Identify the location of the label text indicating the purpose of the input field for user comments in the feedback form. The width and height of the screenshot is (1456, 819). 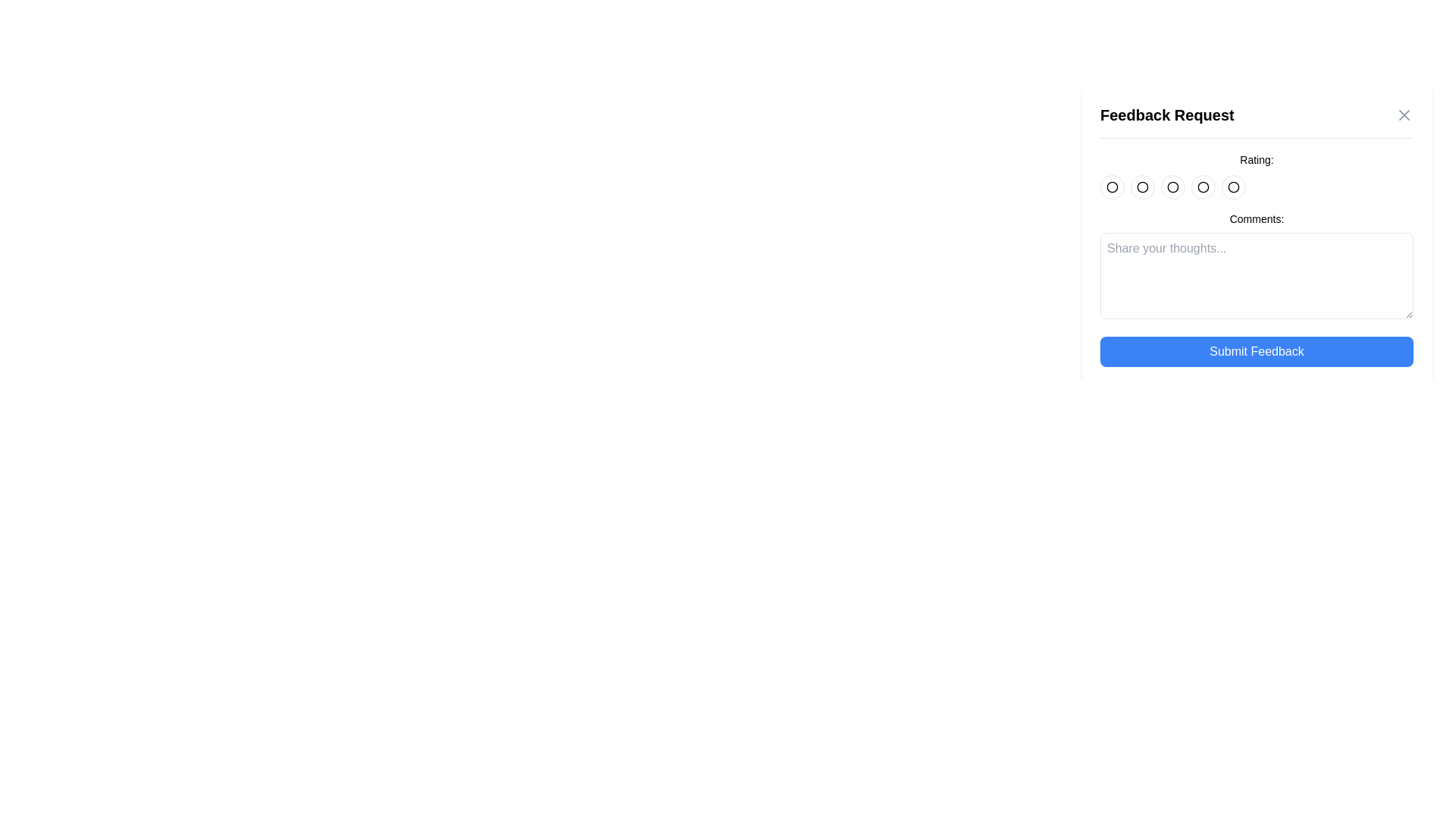
(1257, 219).